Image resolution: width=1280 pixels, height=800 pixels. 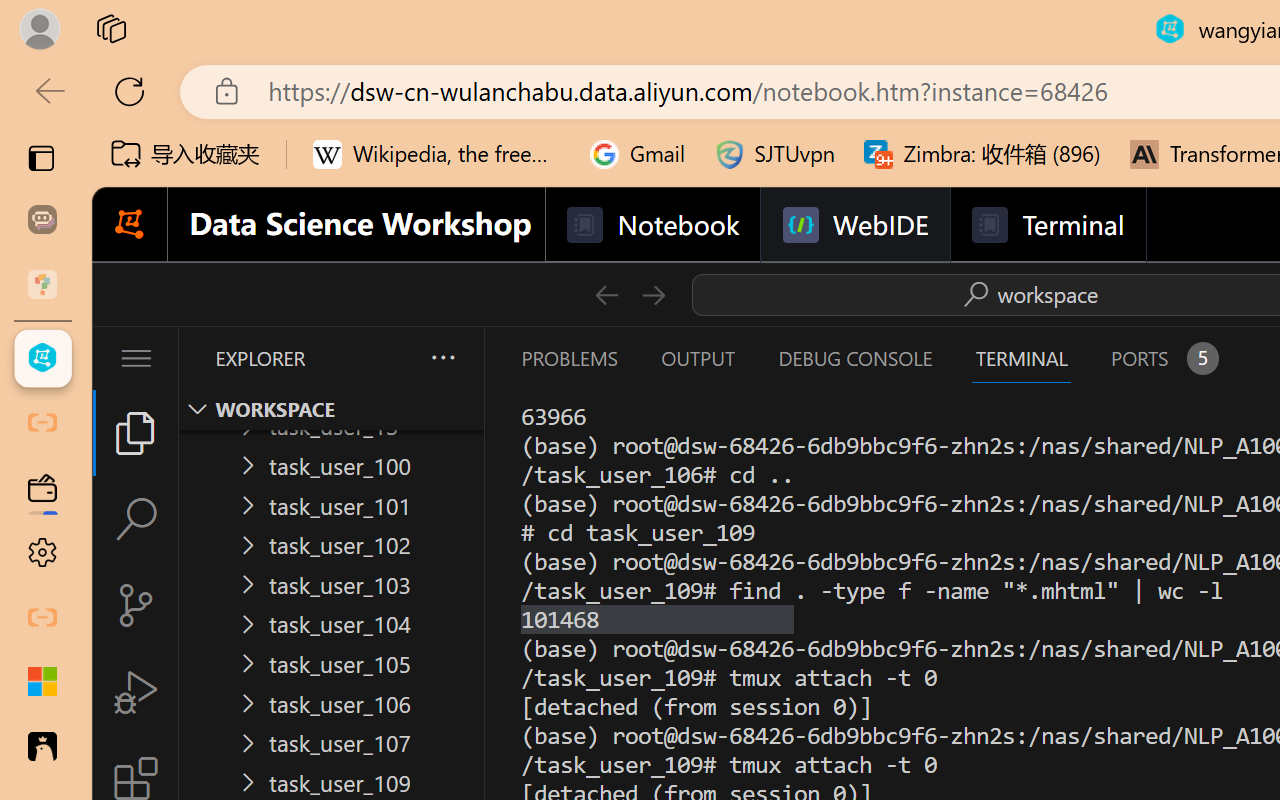 I want to click on 'Output (Ctrl+Shift+U)', so click(x=696, y=358).